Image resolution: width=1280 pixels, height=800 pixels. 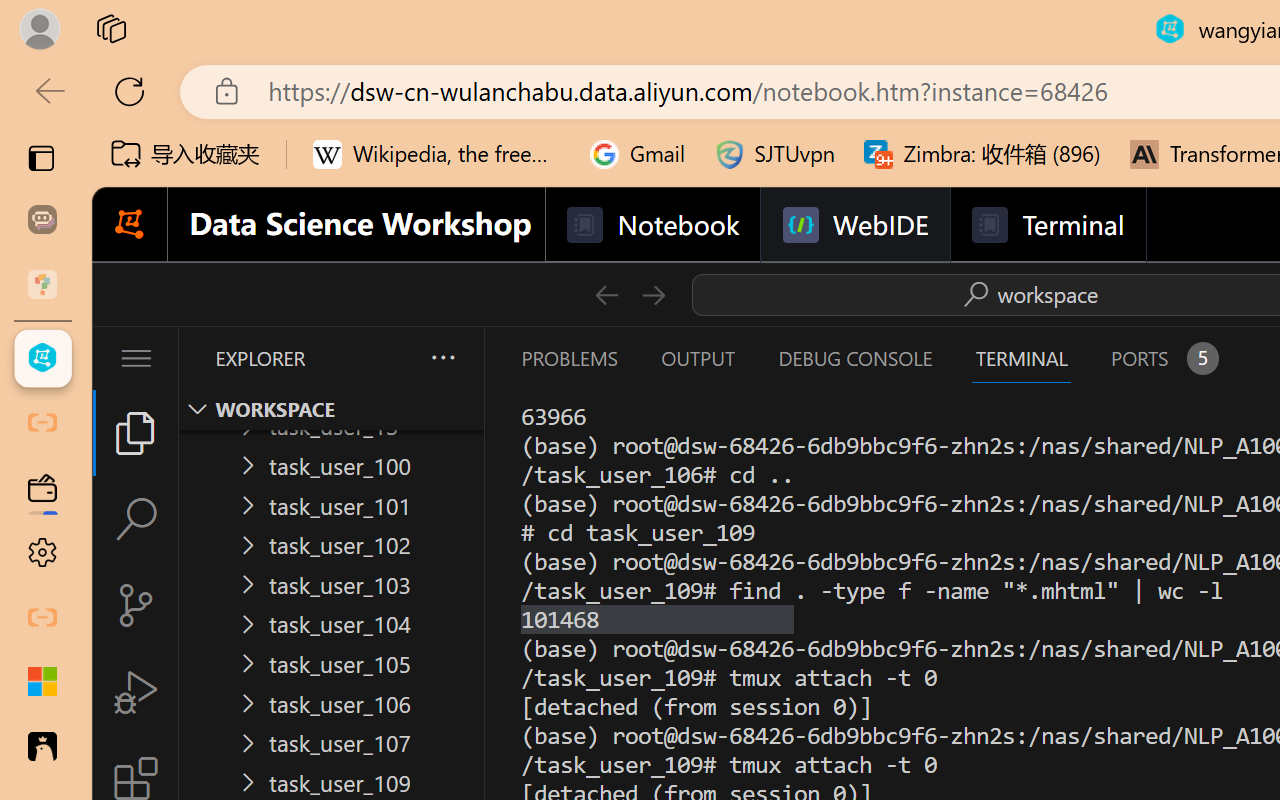 I want to click on 'Output (Ctrl+Shift+U)', so click(x=696, y=358).